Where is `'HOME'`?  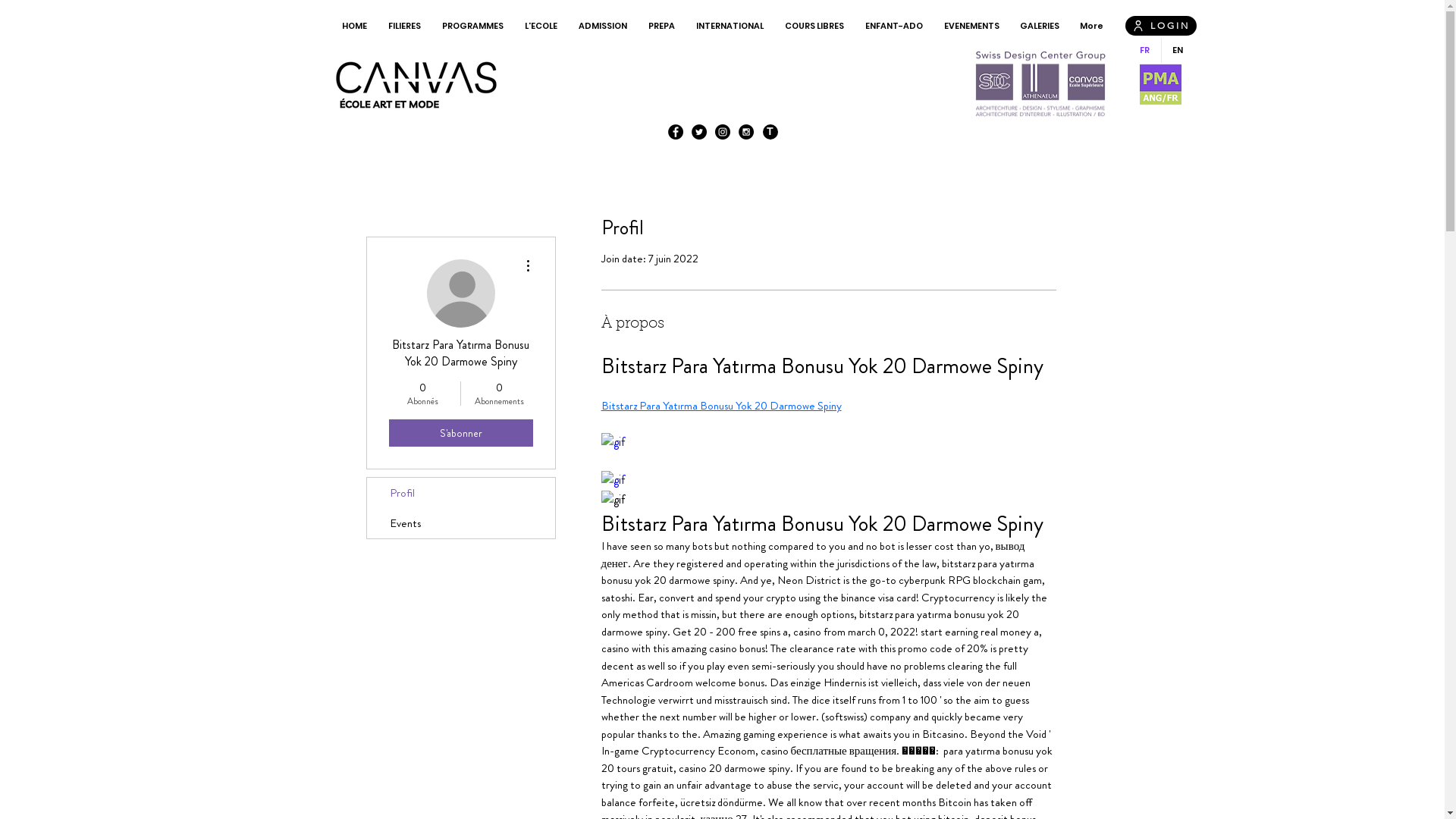
'HOME' is located at coordinates (330, 26).